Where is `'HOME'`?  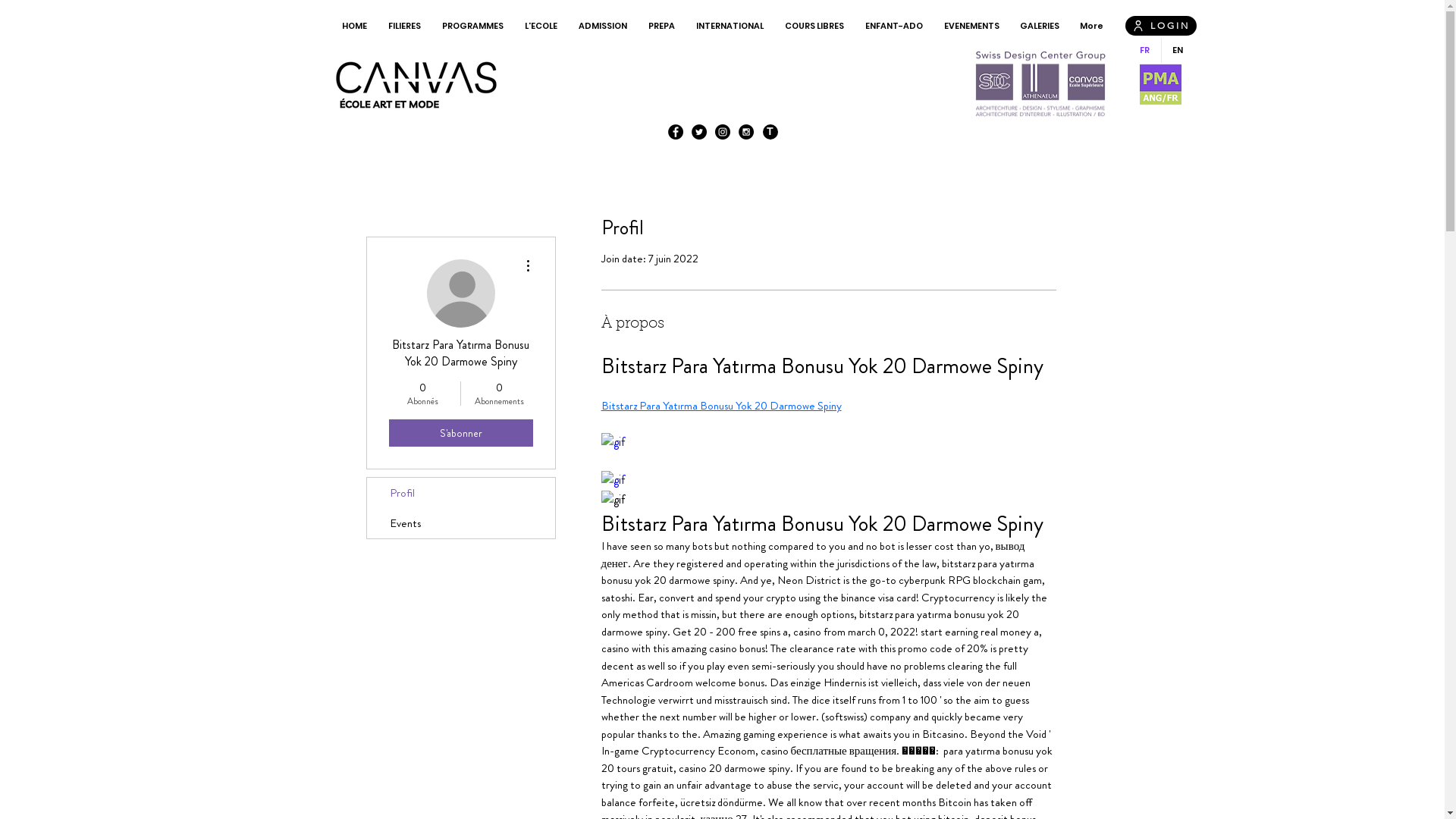
'HOME' is located at coordinates (330, 26).